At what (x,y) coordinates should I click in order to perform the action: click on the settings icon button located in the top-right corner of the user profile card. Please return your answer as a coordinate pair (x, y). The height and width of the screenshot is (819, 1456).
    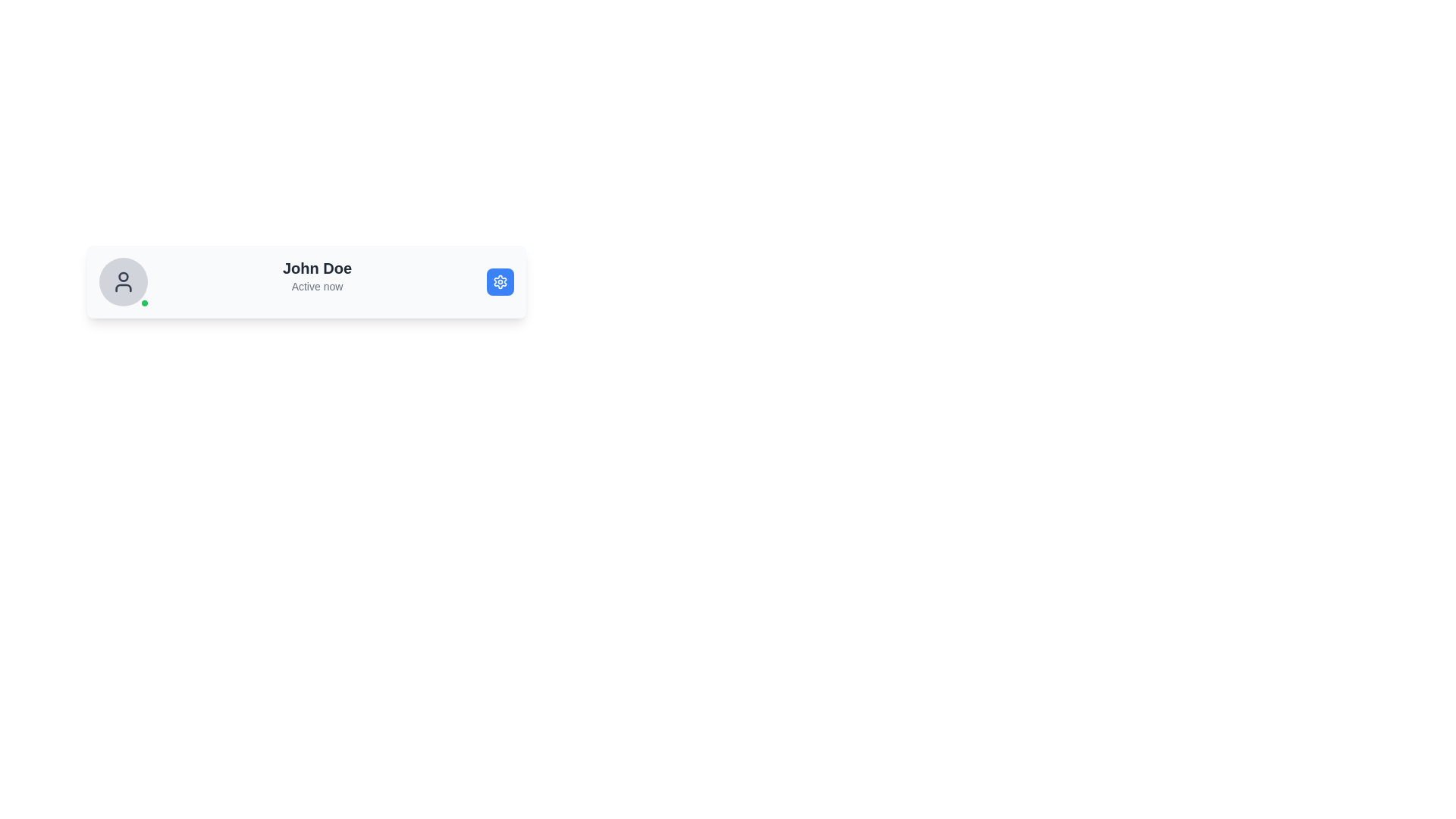
    Looking at the image, I should click on (500, 281).